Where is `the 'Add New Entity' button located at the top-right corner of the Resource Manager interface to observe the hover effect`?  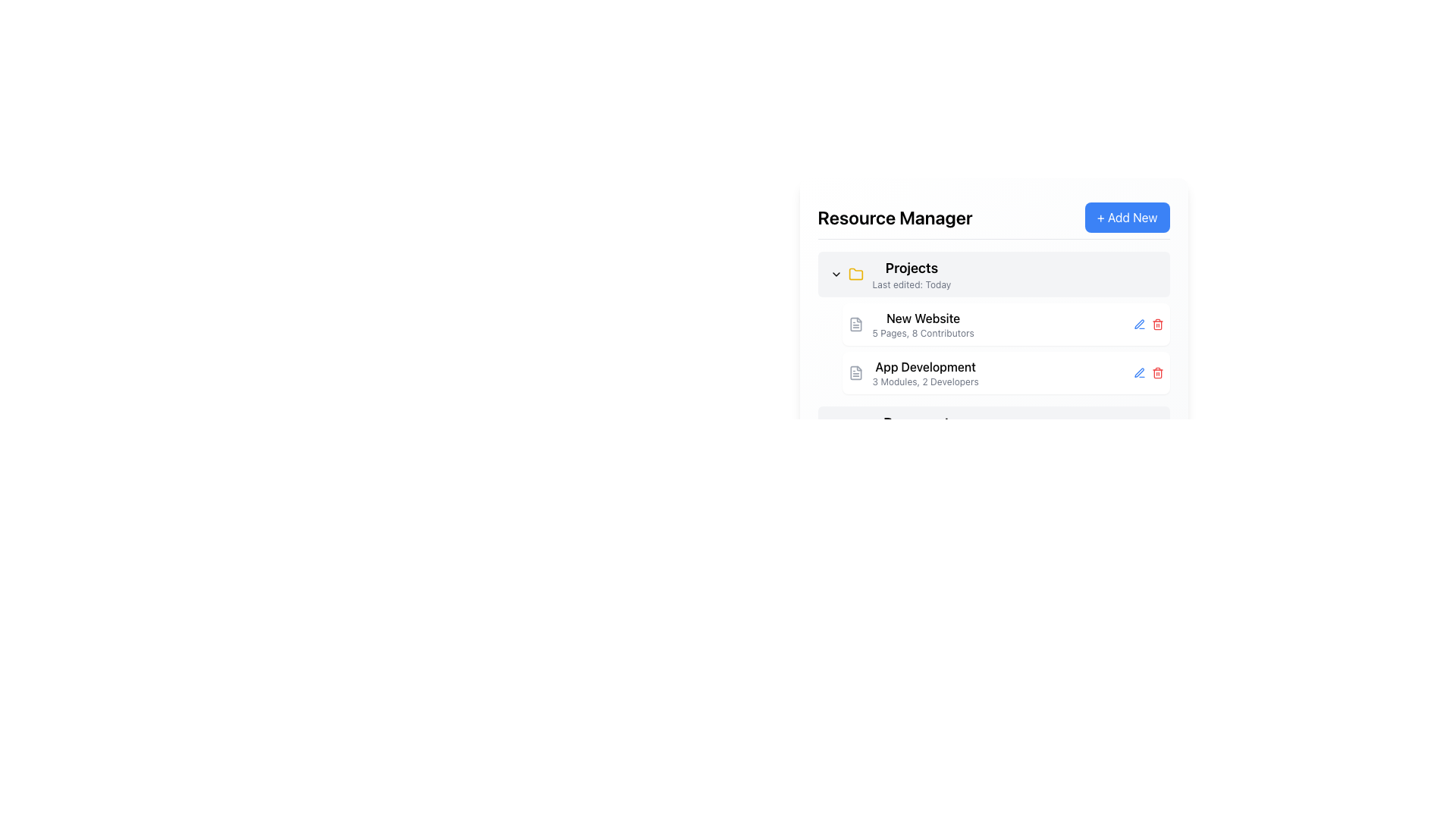
the 'Add New Entity' button located at the top-right corner of the Resource Manager interface to observe the hover effect is located at coordinates (1127, 217).